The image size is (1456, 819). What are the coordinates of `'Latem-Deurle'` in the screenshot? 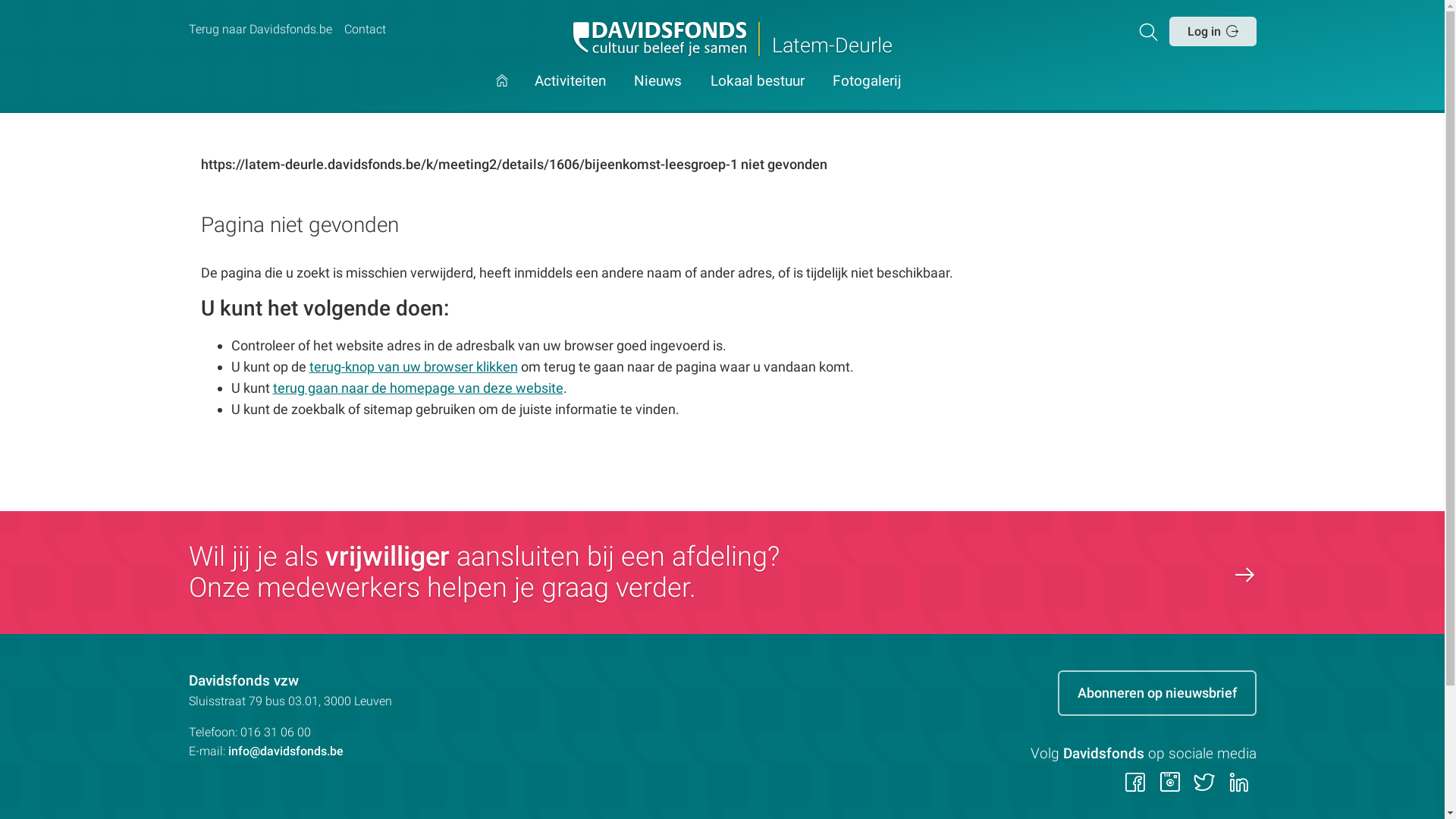 It's located at (720, 38).